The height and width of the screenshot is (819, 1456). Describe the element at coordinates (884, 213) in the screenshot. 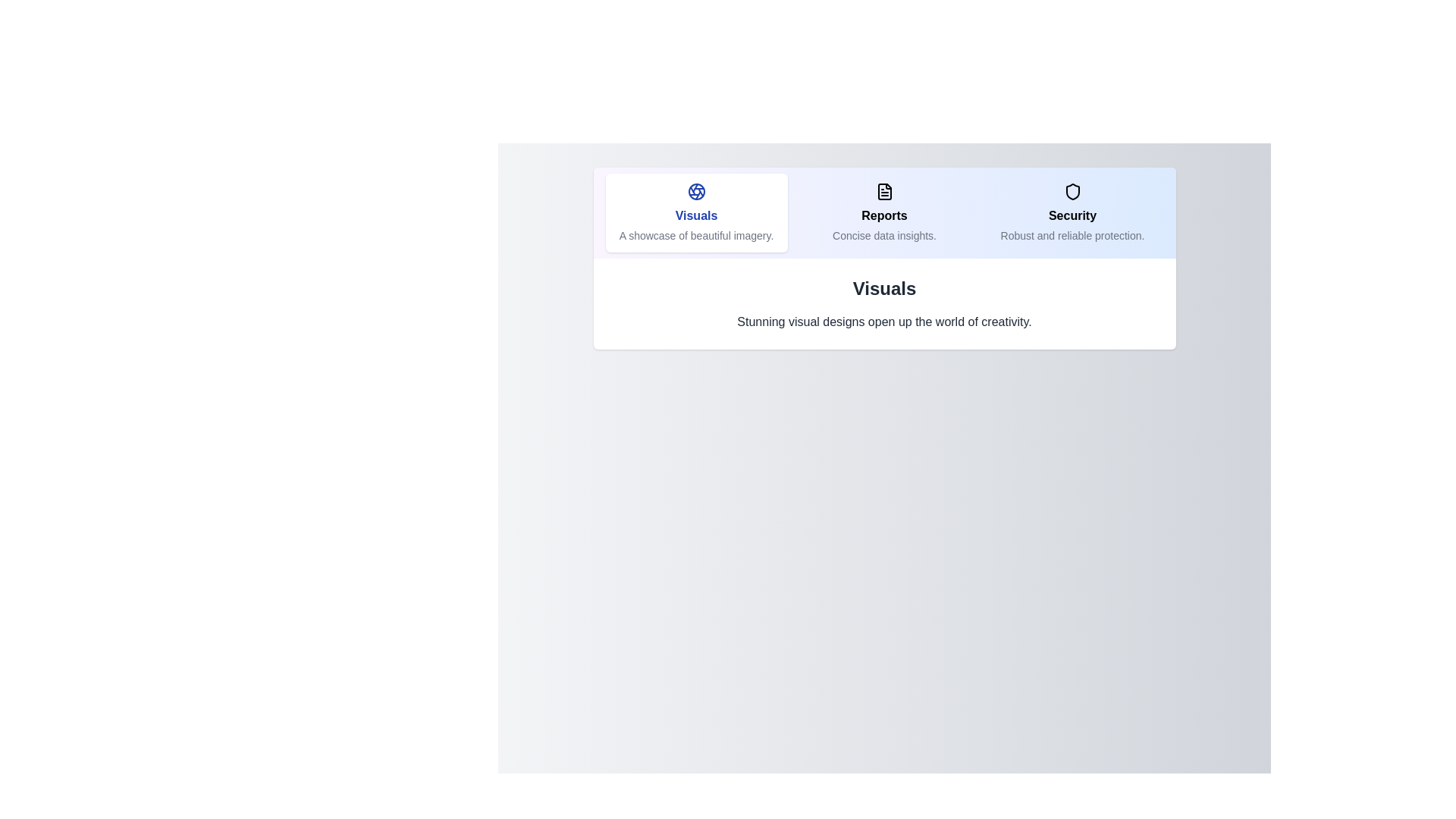

I see `the tab labeled Reports to preview its interaction effect` at that location.